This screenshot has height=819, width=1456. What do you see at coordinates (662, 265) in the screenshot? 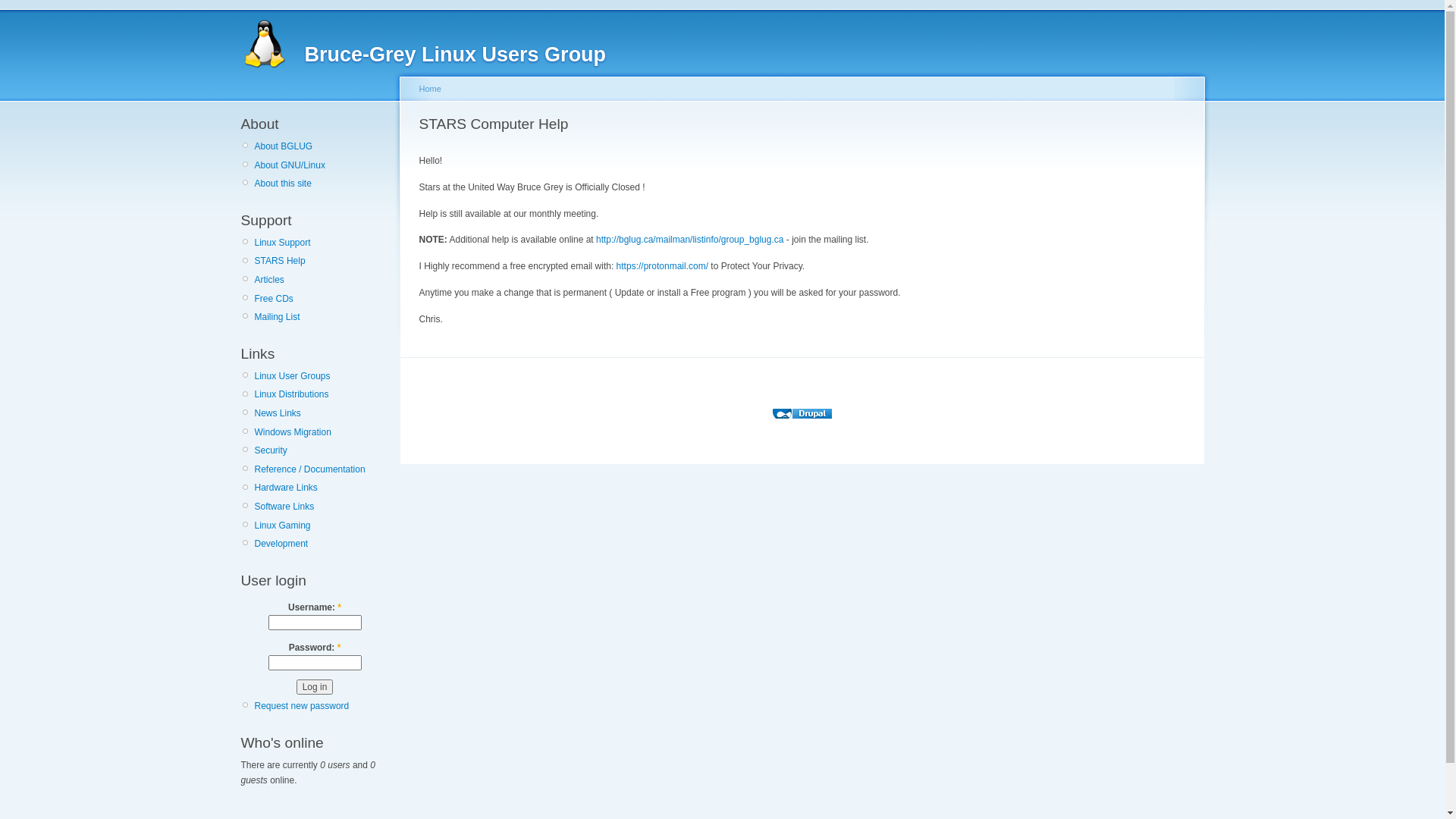
I see `'https://protonmail.com/'` at bounding box center [662, 265].